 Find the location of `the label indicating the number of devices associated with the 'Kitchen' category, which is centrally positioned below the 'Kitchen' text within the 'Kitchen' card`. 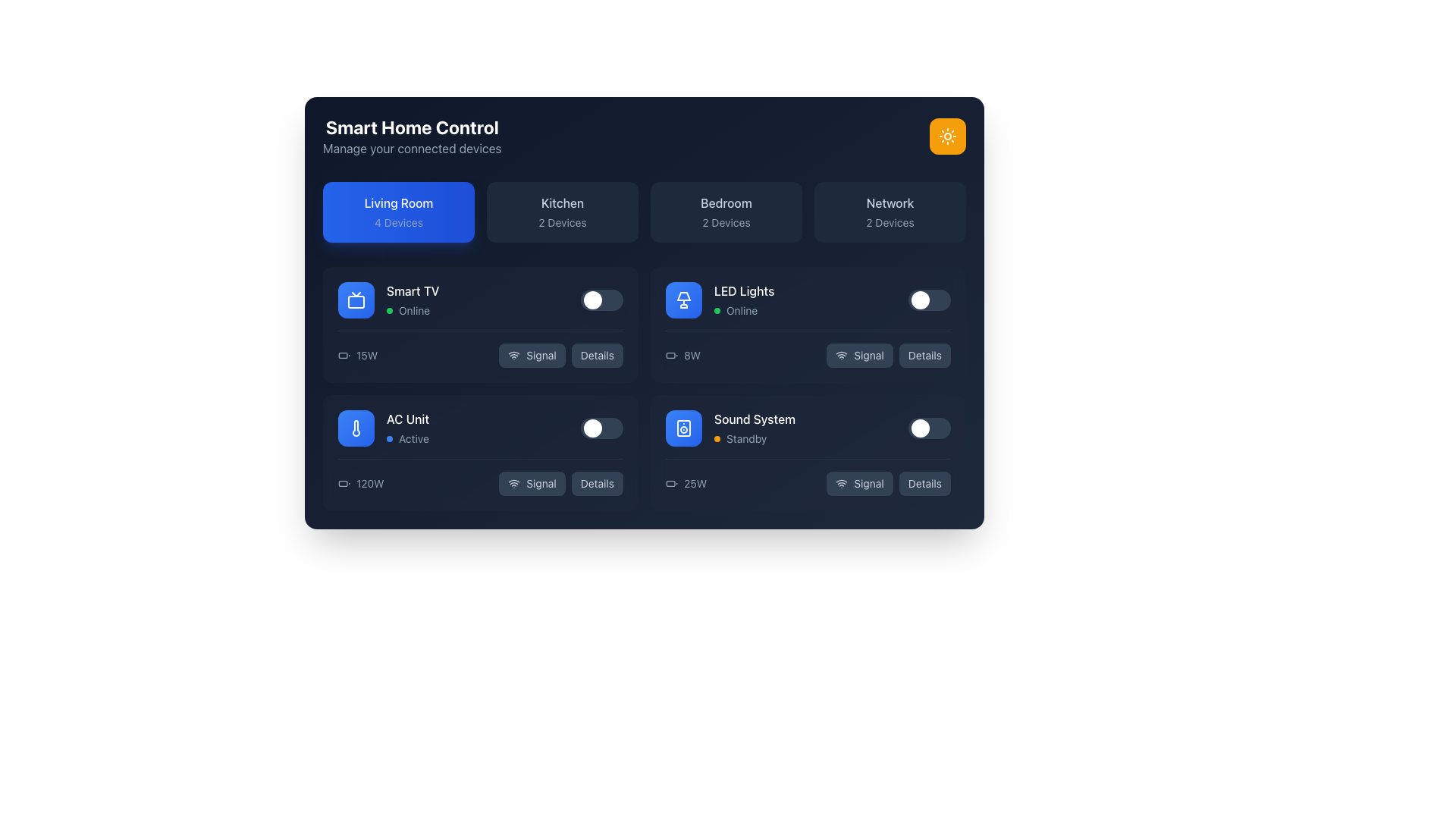

the label indicating the number of devices associated with the 'Kitchen' category, which is centrally positioned below the 'Kitchen' text within the 'Kitchen' card is located at coordinates (562, 222).